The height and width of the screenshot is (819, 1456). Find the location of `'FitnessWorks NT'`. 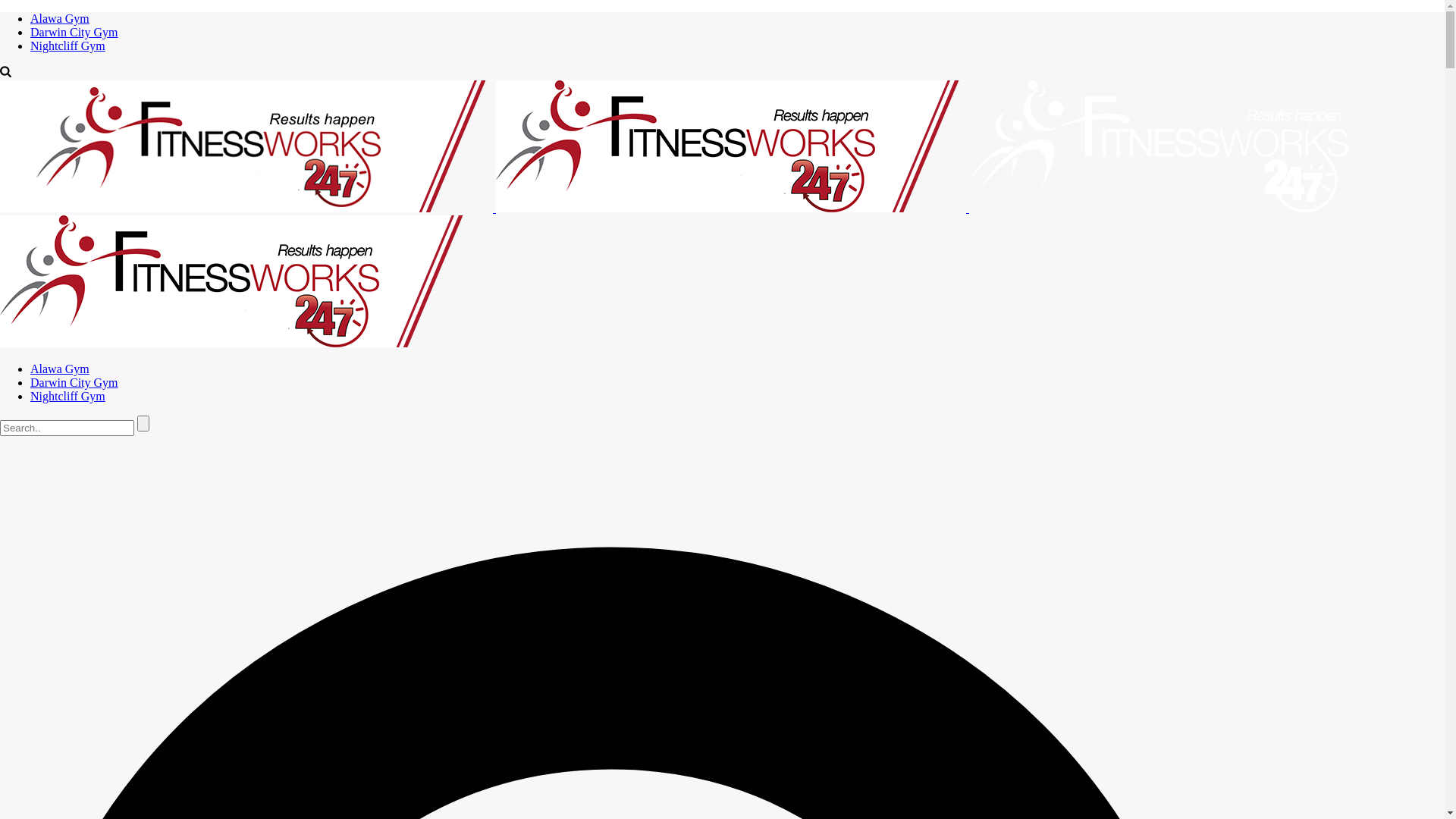

'FitnessWorks NT' is located at coordinates (673, 275).